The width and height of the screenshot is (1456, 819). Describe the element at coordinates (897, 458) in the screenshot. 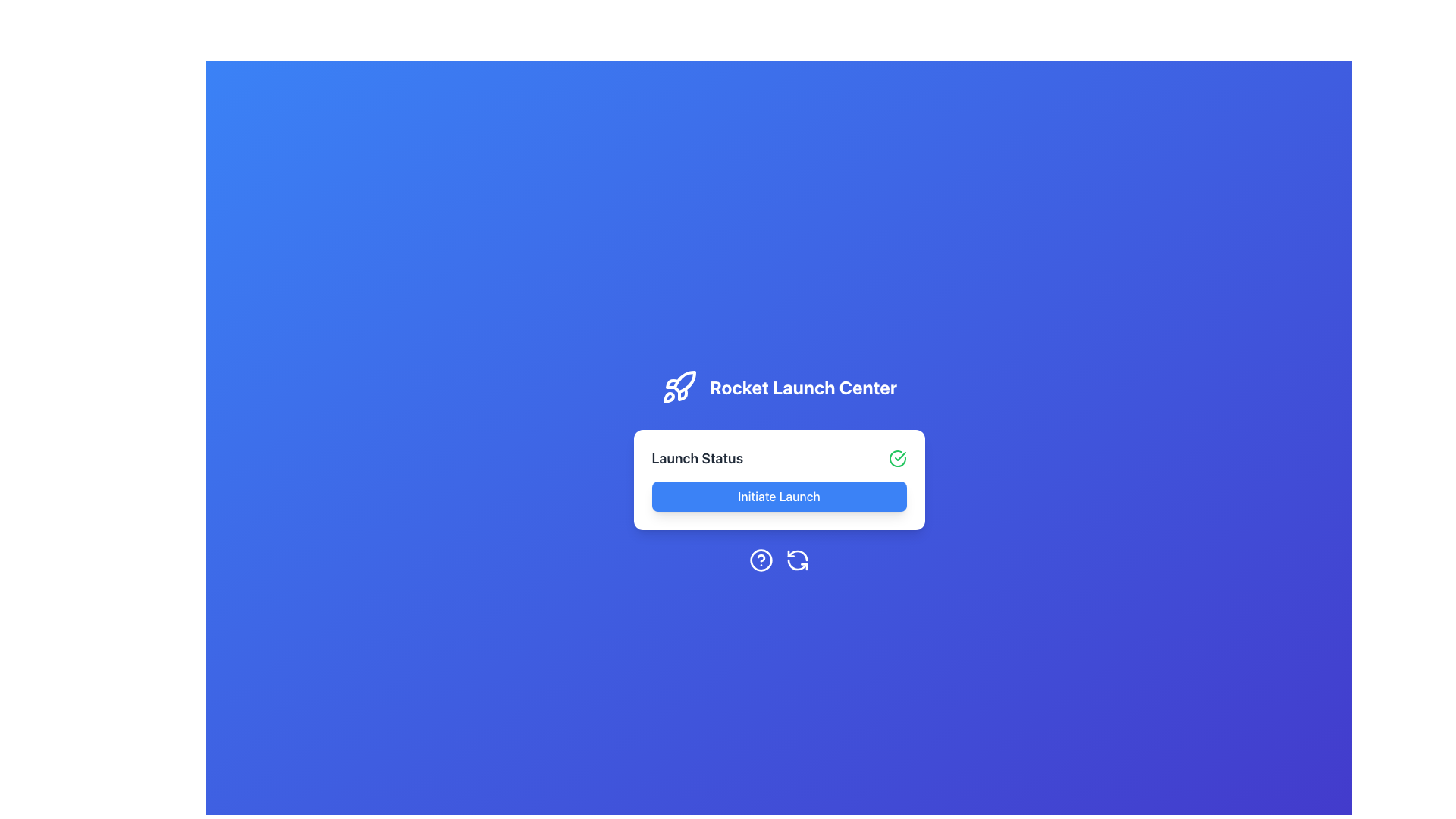

I see `the green checkmark icon inside a circle, which is positioned to the right of the 'Launch Status' text` at that location.